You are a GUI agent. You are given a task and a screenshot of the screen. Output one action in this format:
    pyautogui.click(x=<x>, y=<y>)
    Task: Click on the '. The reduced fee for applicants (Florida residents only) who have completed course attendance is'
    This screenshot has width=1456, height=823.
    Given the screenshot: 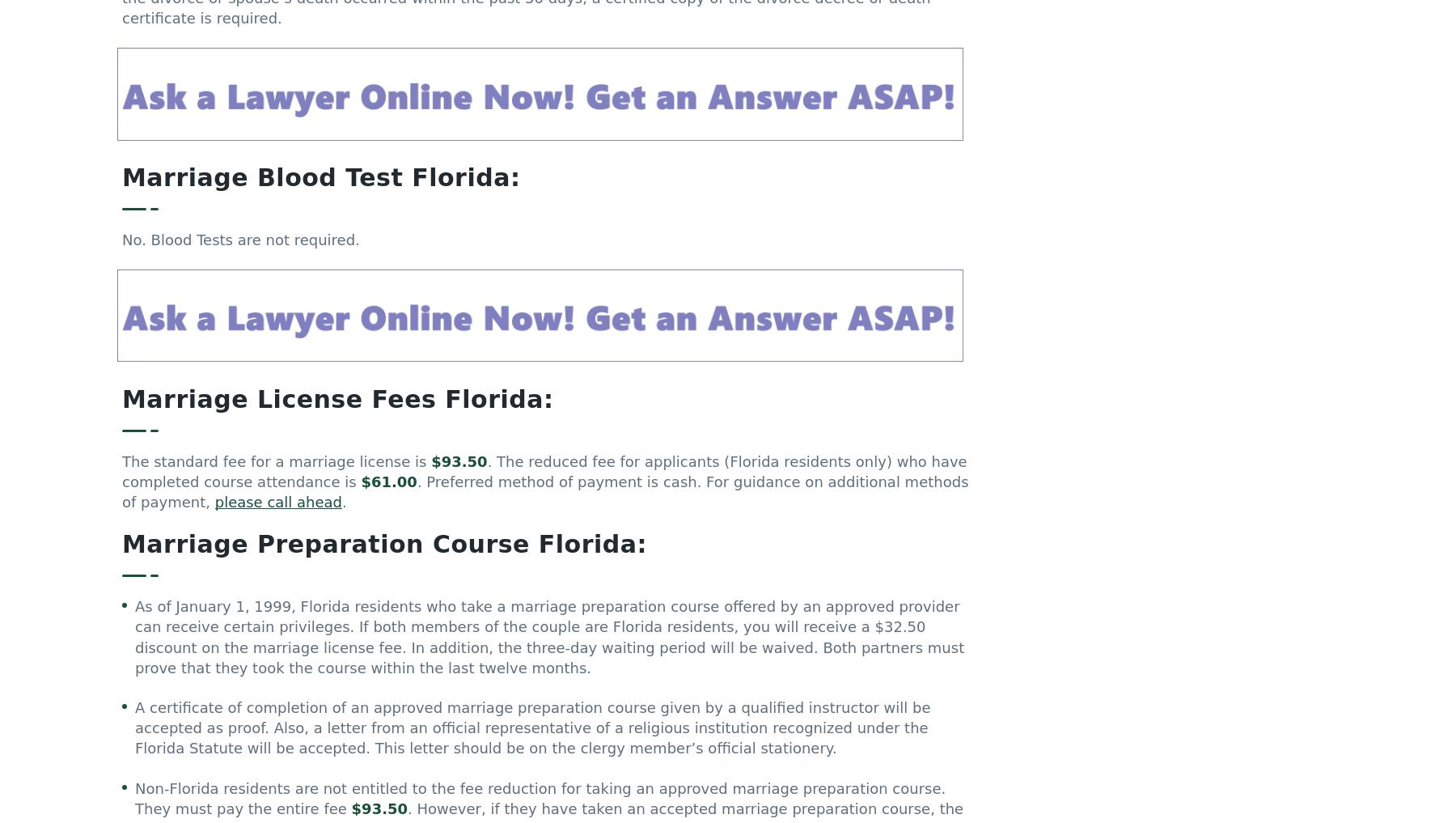 What is the action you would take?
    pyautogui.click(x=544, y=477)
    